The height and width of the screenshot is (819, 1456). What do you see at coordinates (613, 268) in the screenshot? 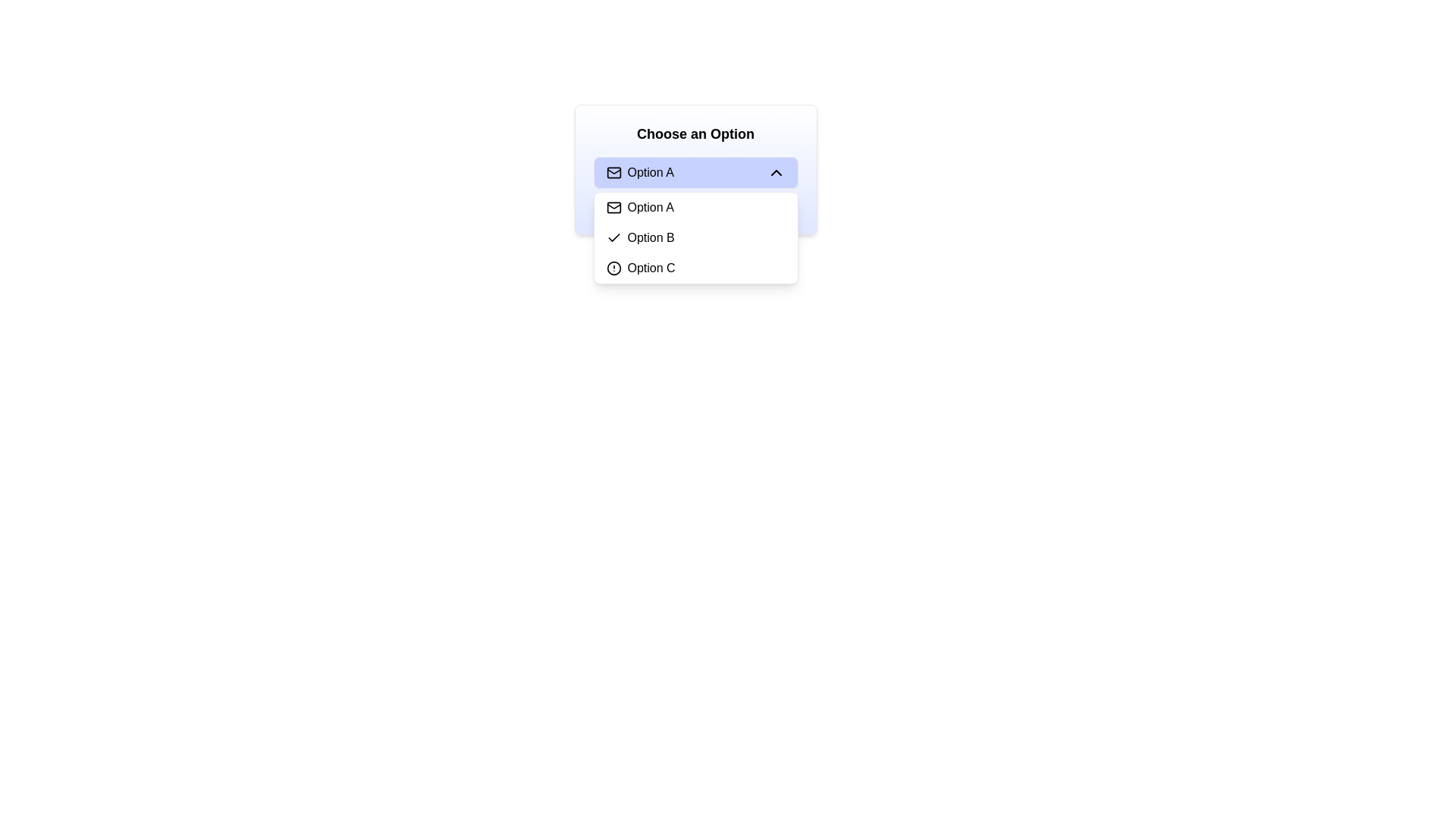
I see `the warning icon located to the left of the 'Option C' text` at bounding box center [613, 268].